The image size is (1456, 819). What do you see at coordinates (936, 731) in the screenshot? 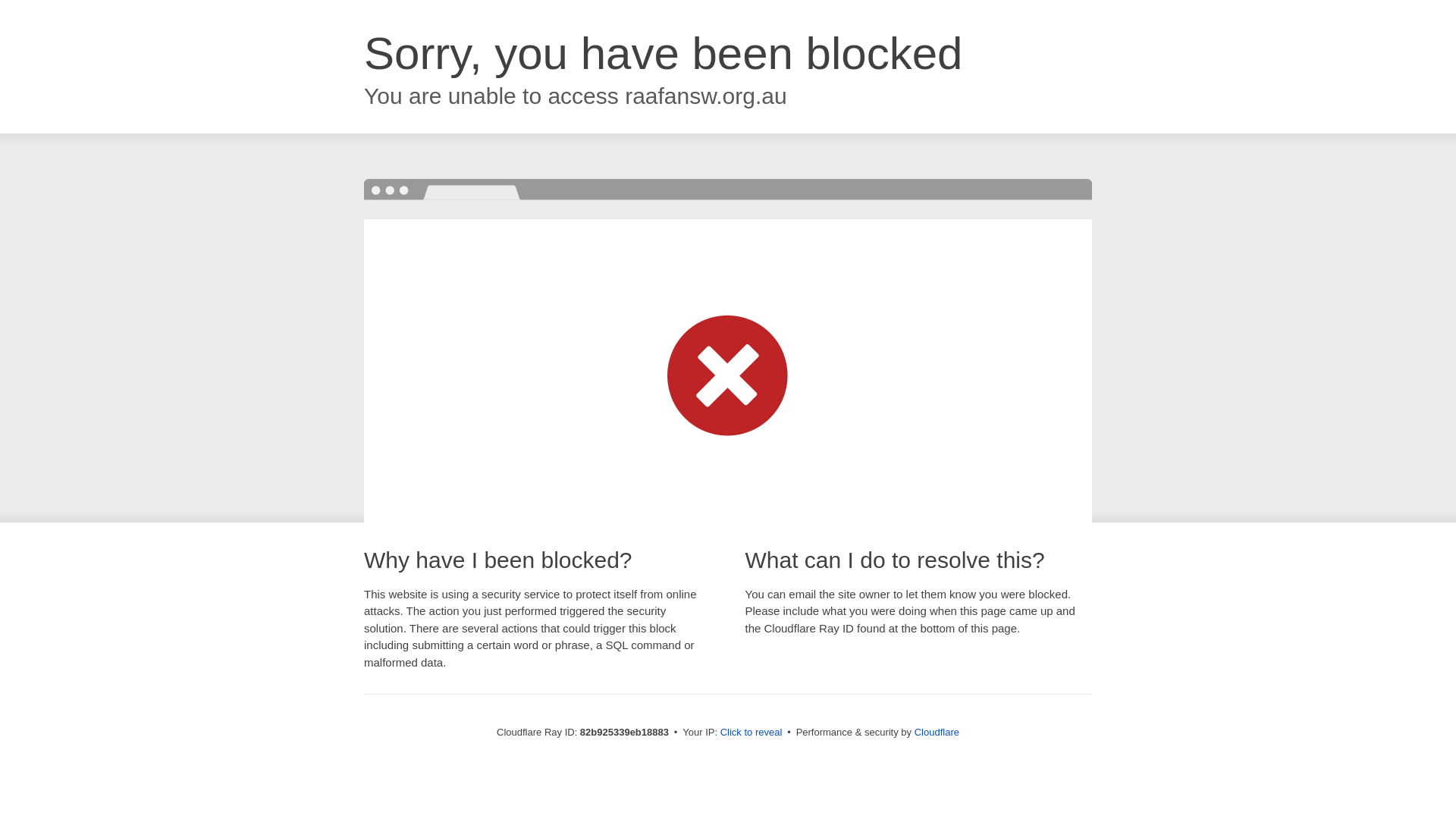
I see `'Cloudflare'` at bounding box center [936, 731].